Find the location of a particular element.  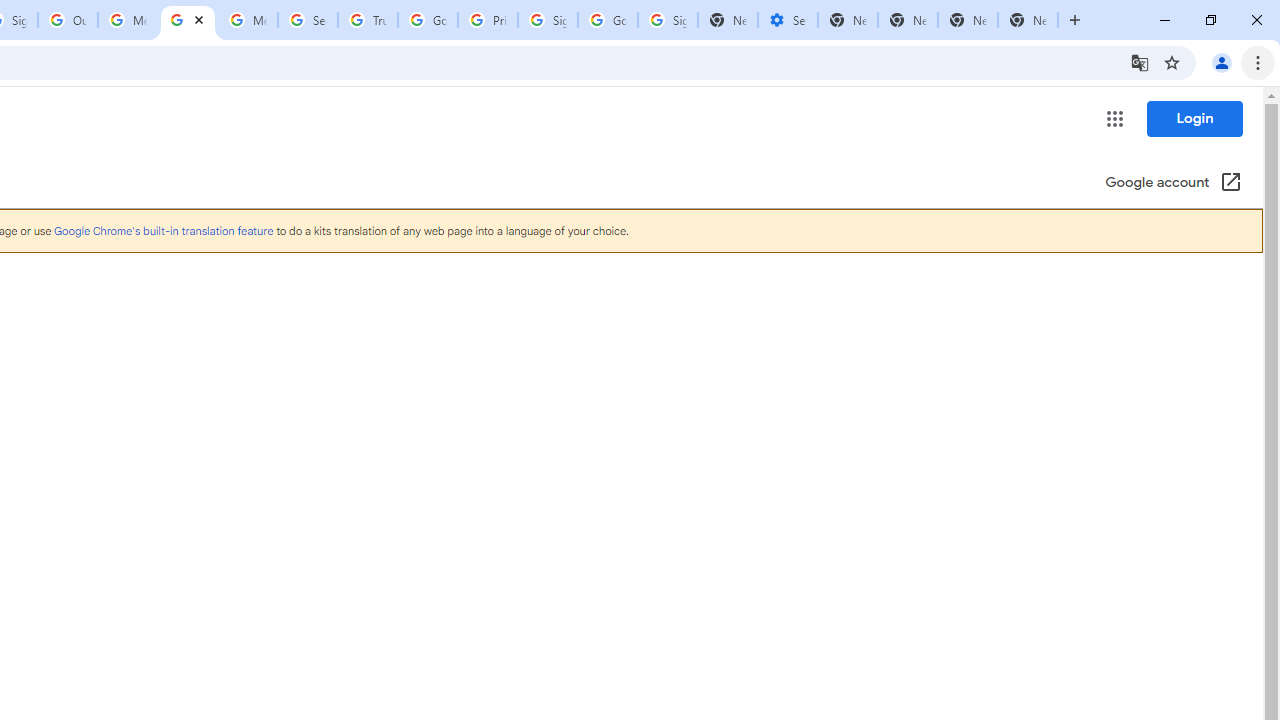

'Settings - Performance' is located at coordinates (786, 20).